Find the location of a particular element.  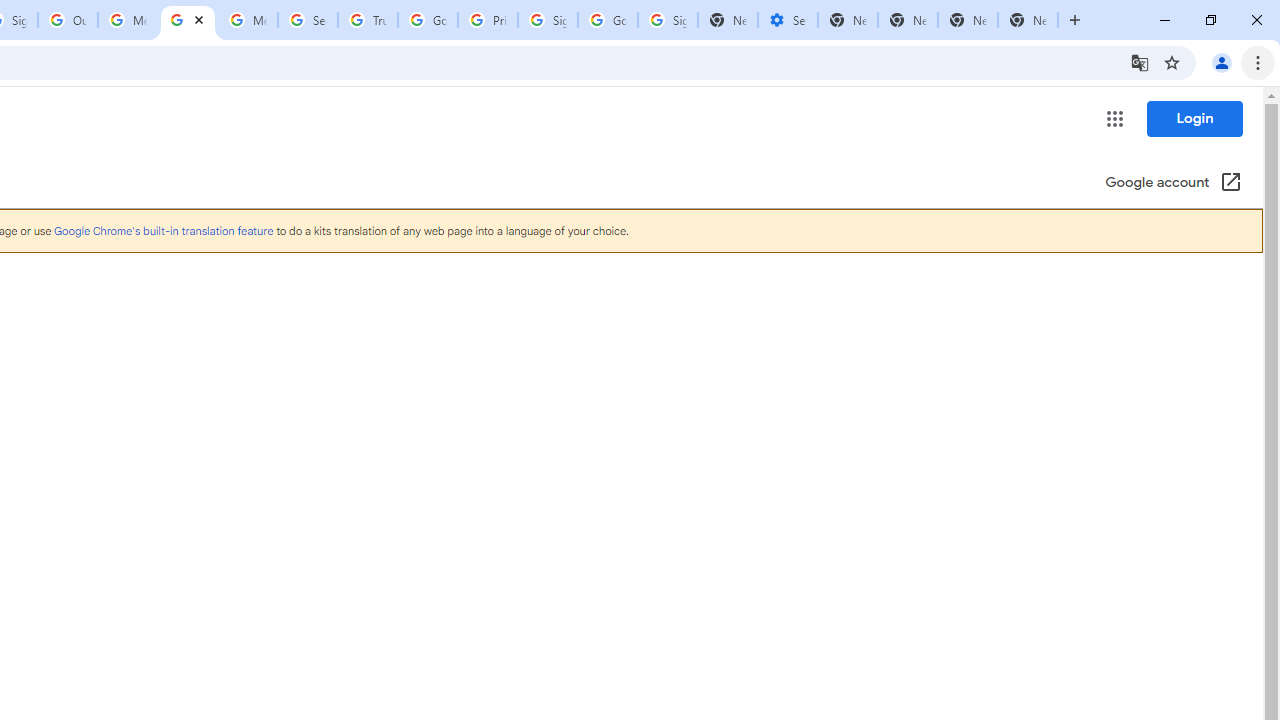

'Settings - Performance' is located at coordinates (786, 20).